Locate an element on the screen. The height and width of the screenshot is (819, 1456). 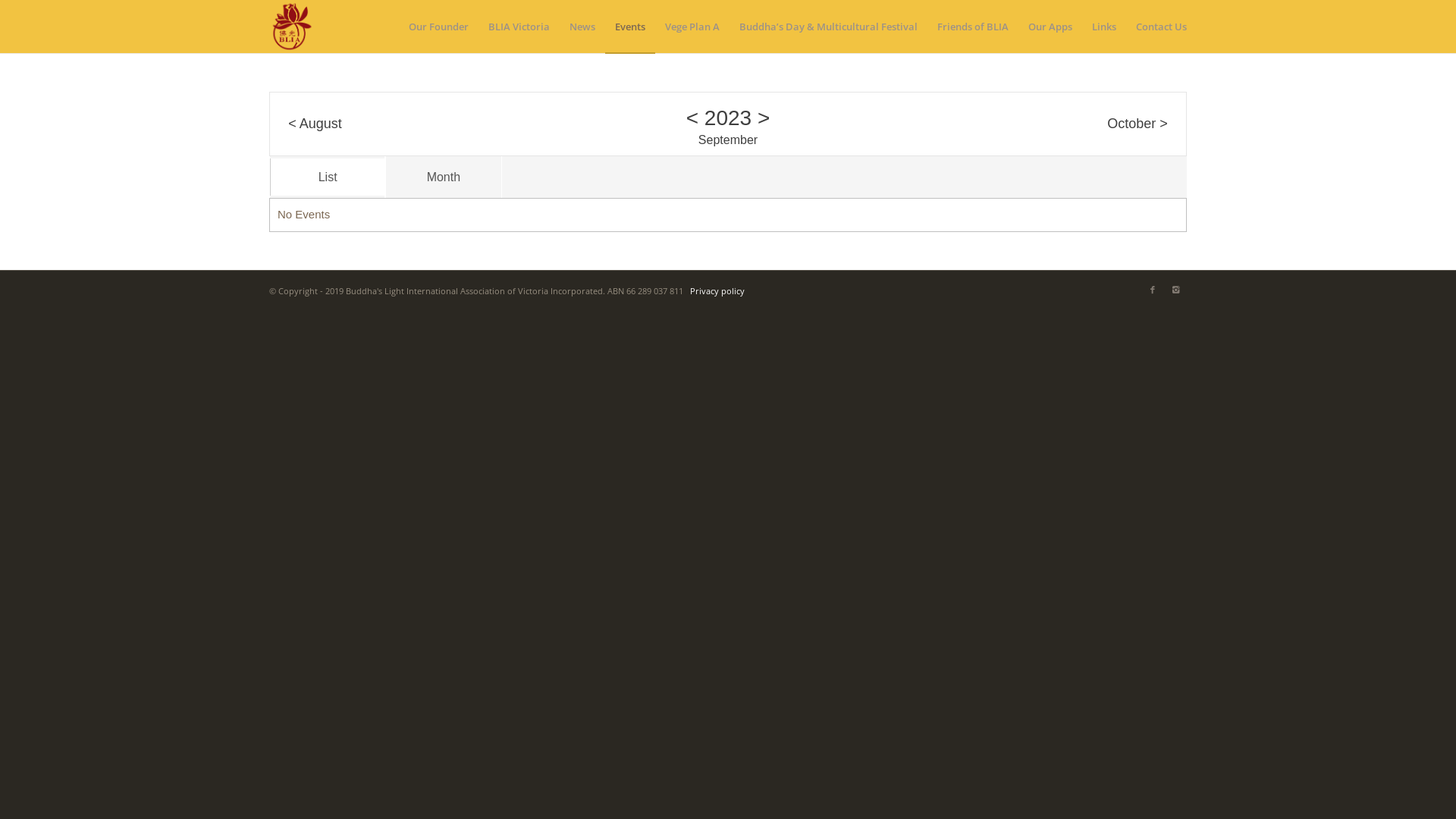
'Links' is located at coordinates (1081, 26).